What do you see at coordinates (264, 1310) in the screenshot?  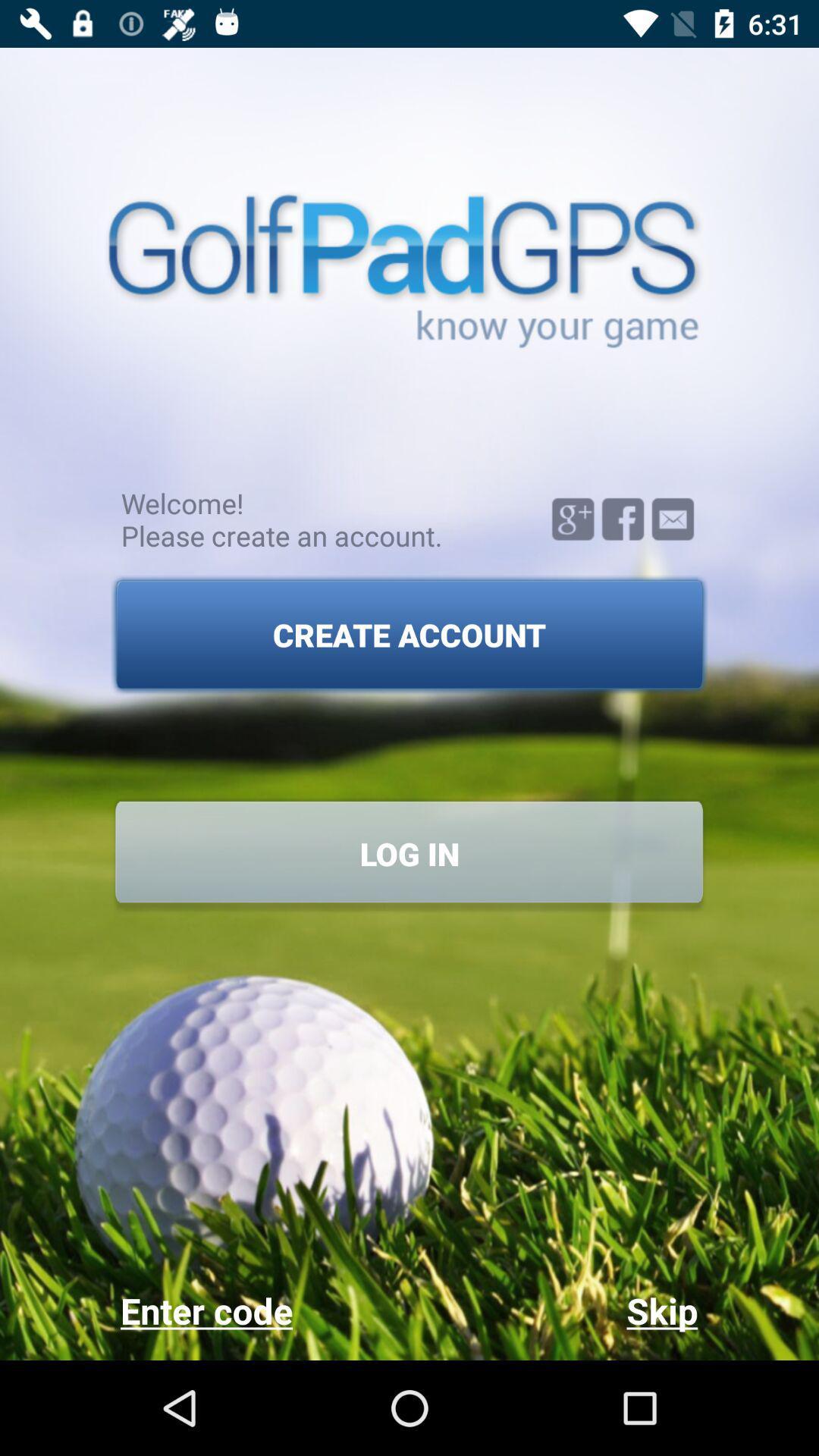 I see `enter code icon` at bounding box center [264, 1310].